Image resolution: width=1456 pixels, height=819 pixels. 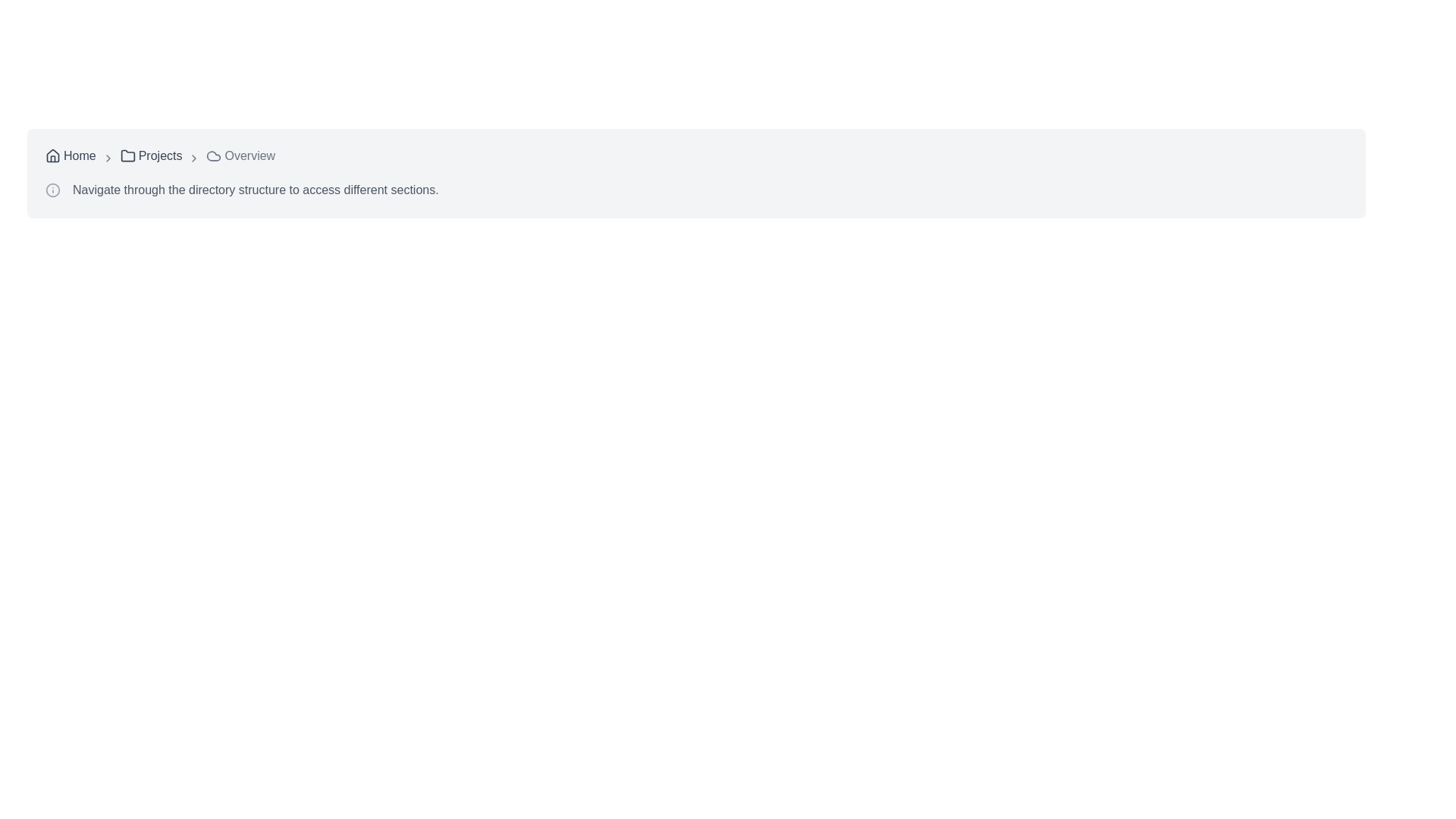 What do you see at coordinates (213, 155) in the screenshot?
I see `the cloud-shaped icon with a thin stroke located left of the 'Overview' text in the breadcrumb navigation bar` at bounding box center [213, 155].